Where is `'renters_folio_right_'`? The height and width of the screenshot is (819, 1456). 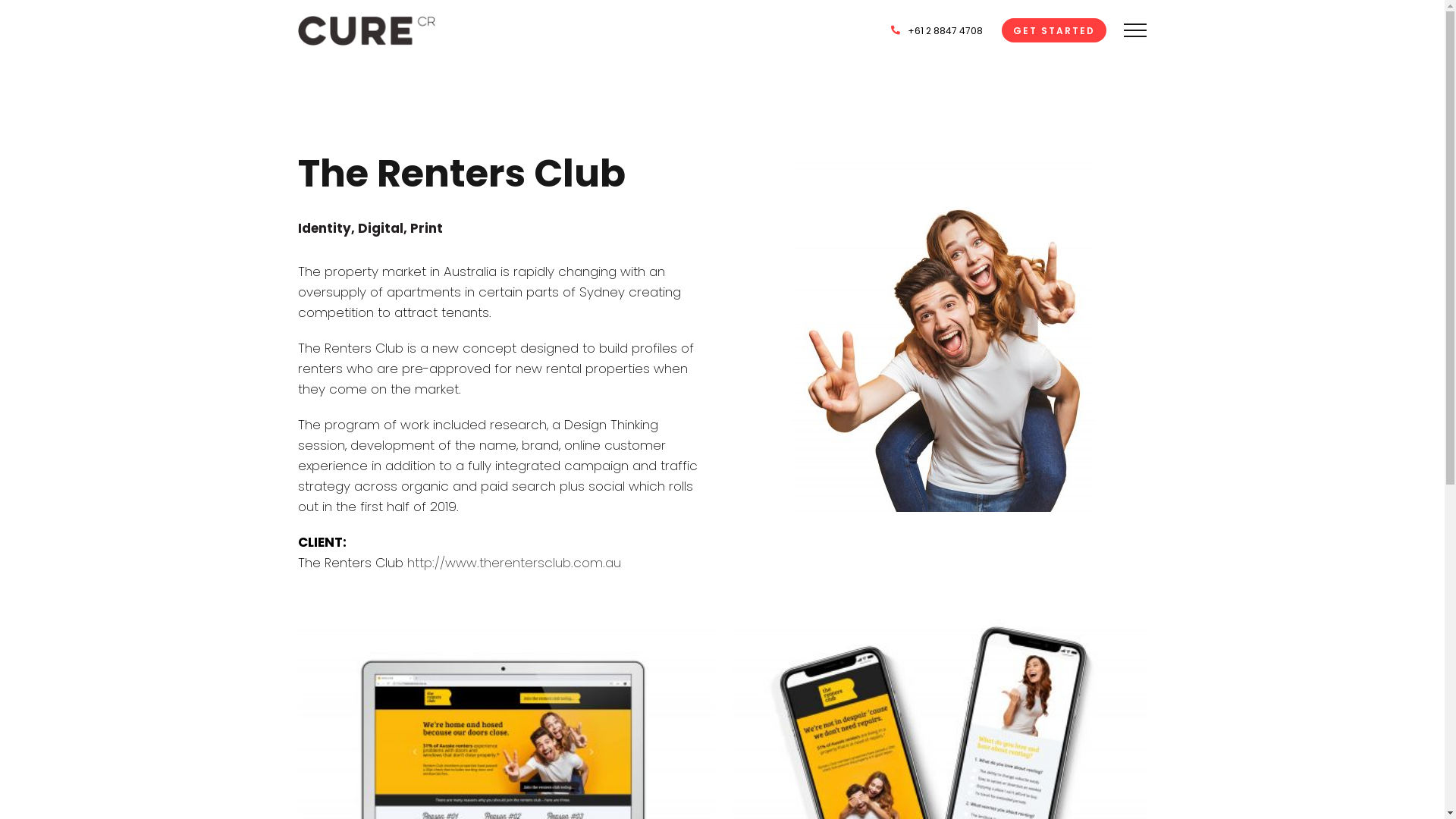
'renters_folio_right_' is located at coordinates (942, 331).